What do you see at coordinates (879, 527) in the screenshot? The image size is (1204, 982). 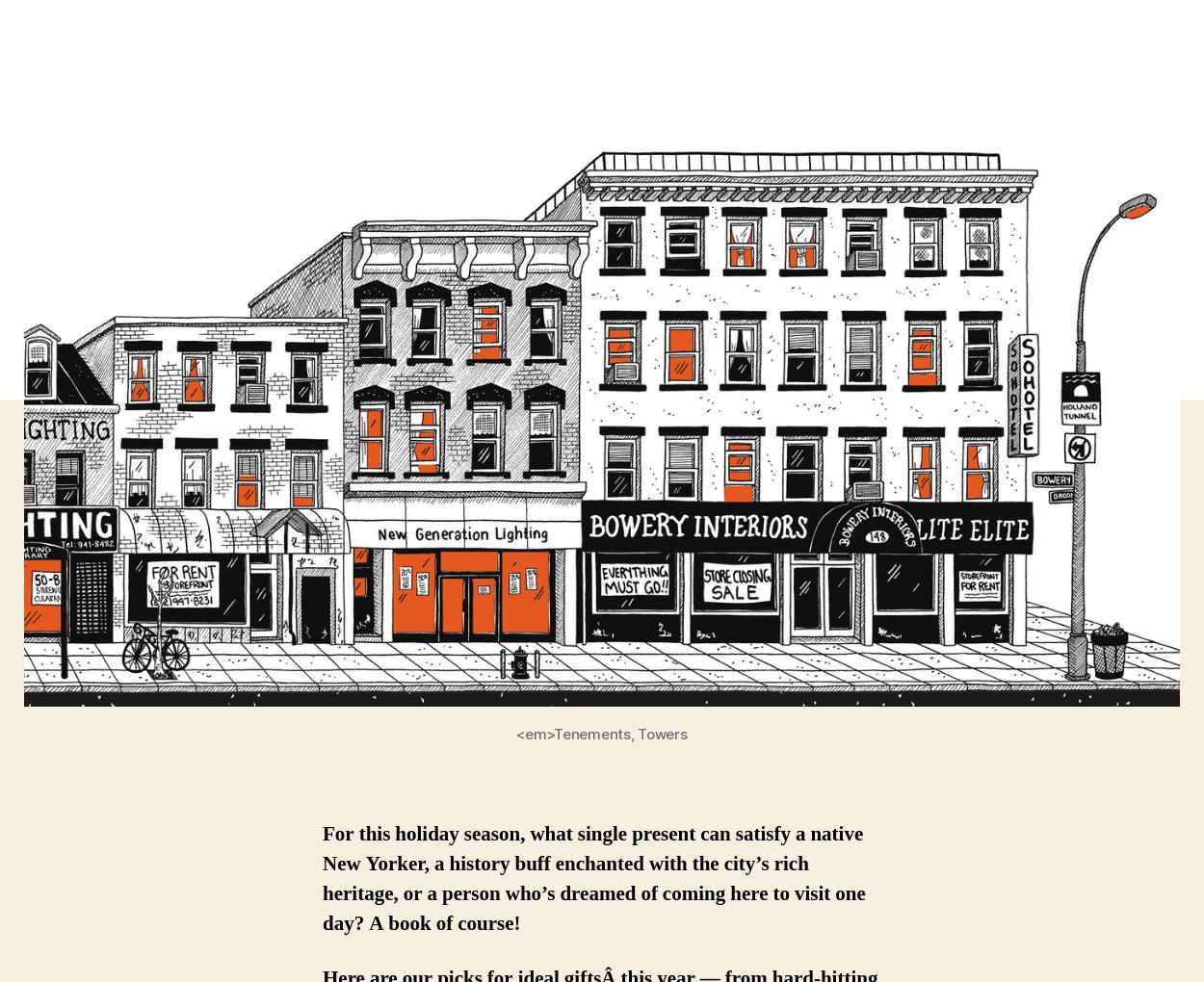 I see `'Looking for the latest episode of our podcasts? Listen now on iTunes to'` at bounding box center [879, 527].